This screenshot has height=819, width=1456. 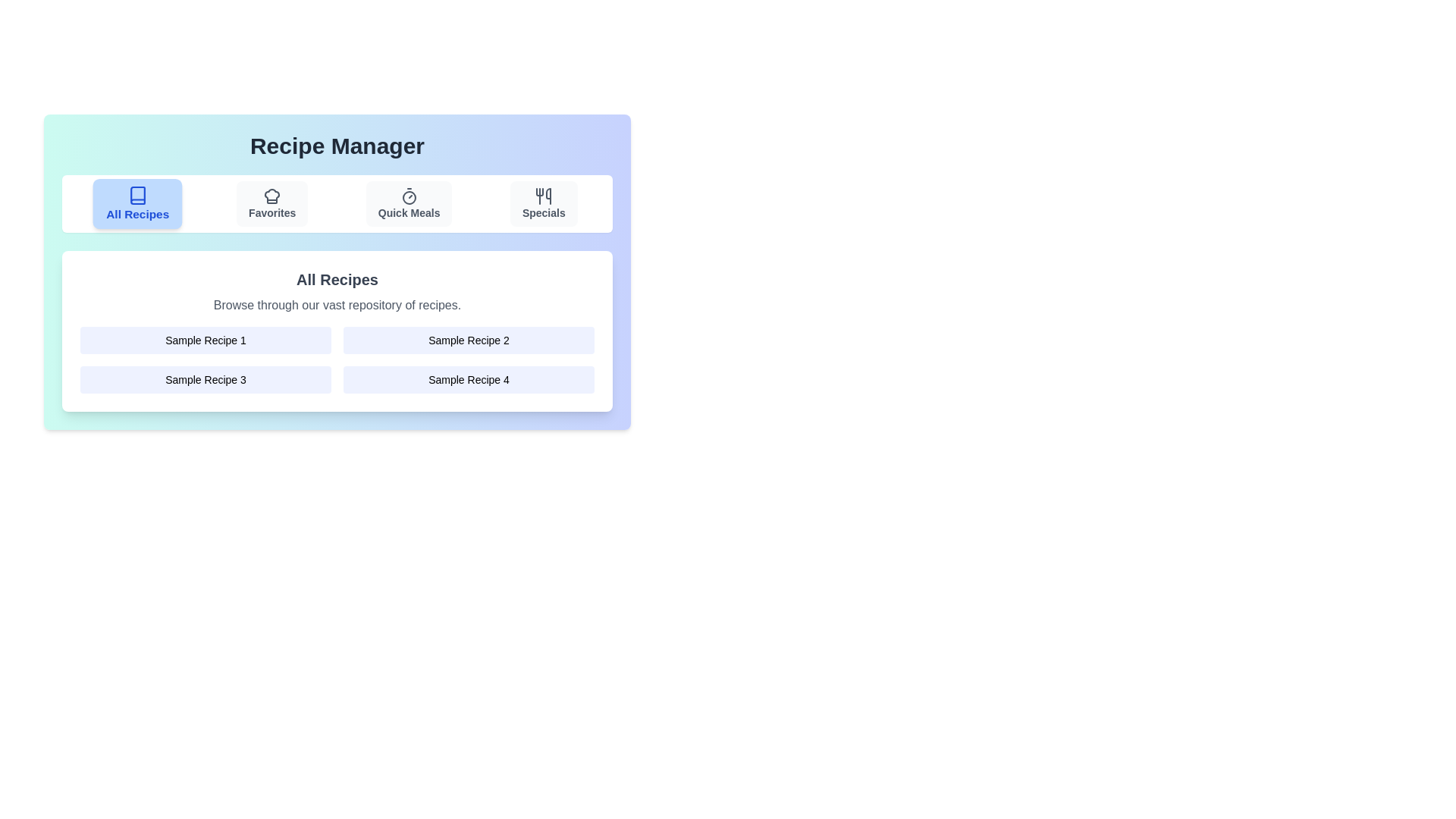 I want to click on the tab button labeled Favorites to see its interactive feedback, so click(x=272, y=203).